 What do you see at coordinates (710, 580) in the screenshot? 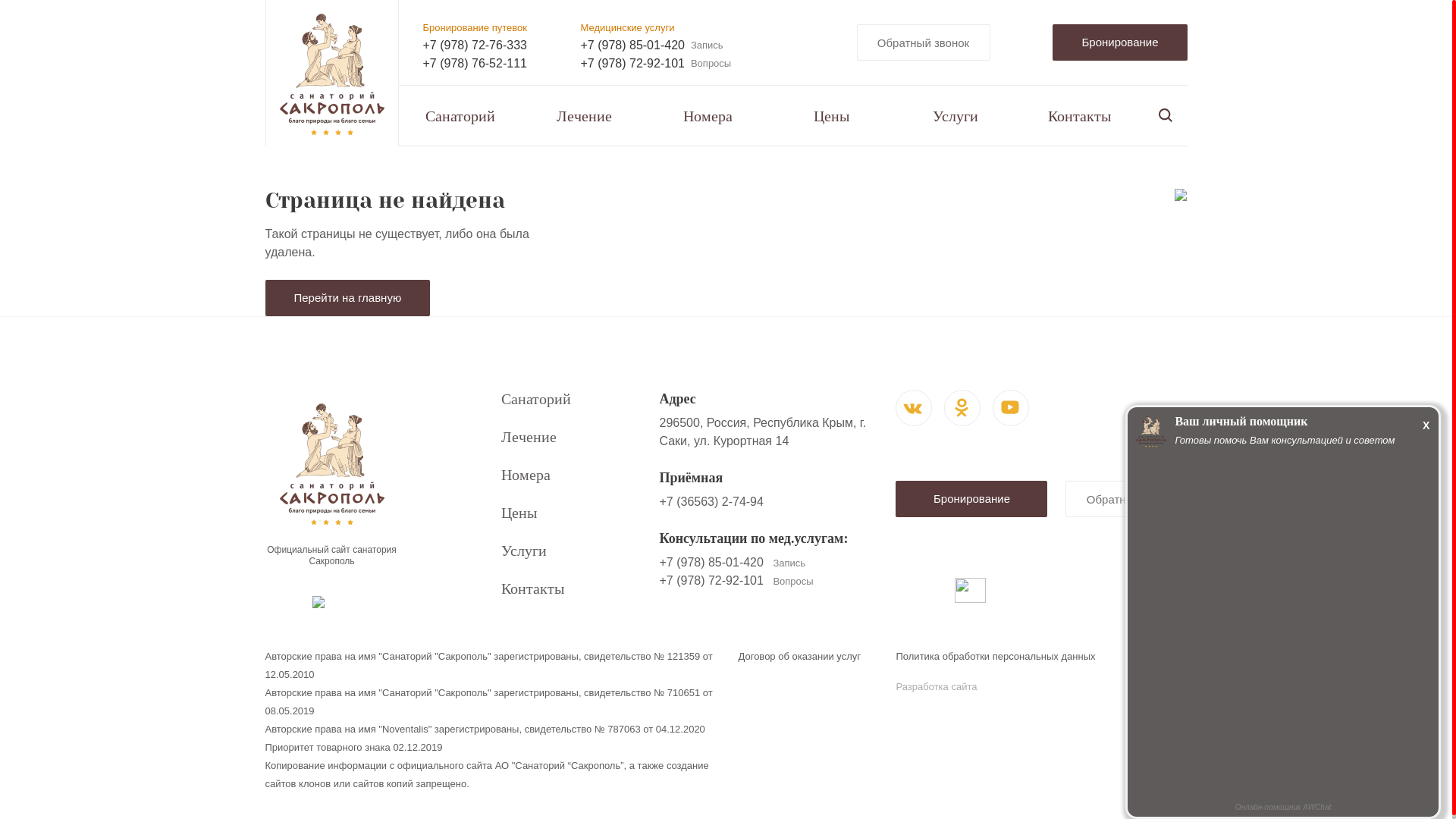
I see `'+7 (978) 72-92-101'` at bounding box center [710, 580].